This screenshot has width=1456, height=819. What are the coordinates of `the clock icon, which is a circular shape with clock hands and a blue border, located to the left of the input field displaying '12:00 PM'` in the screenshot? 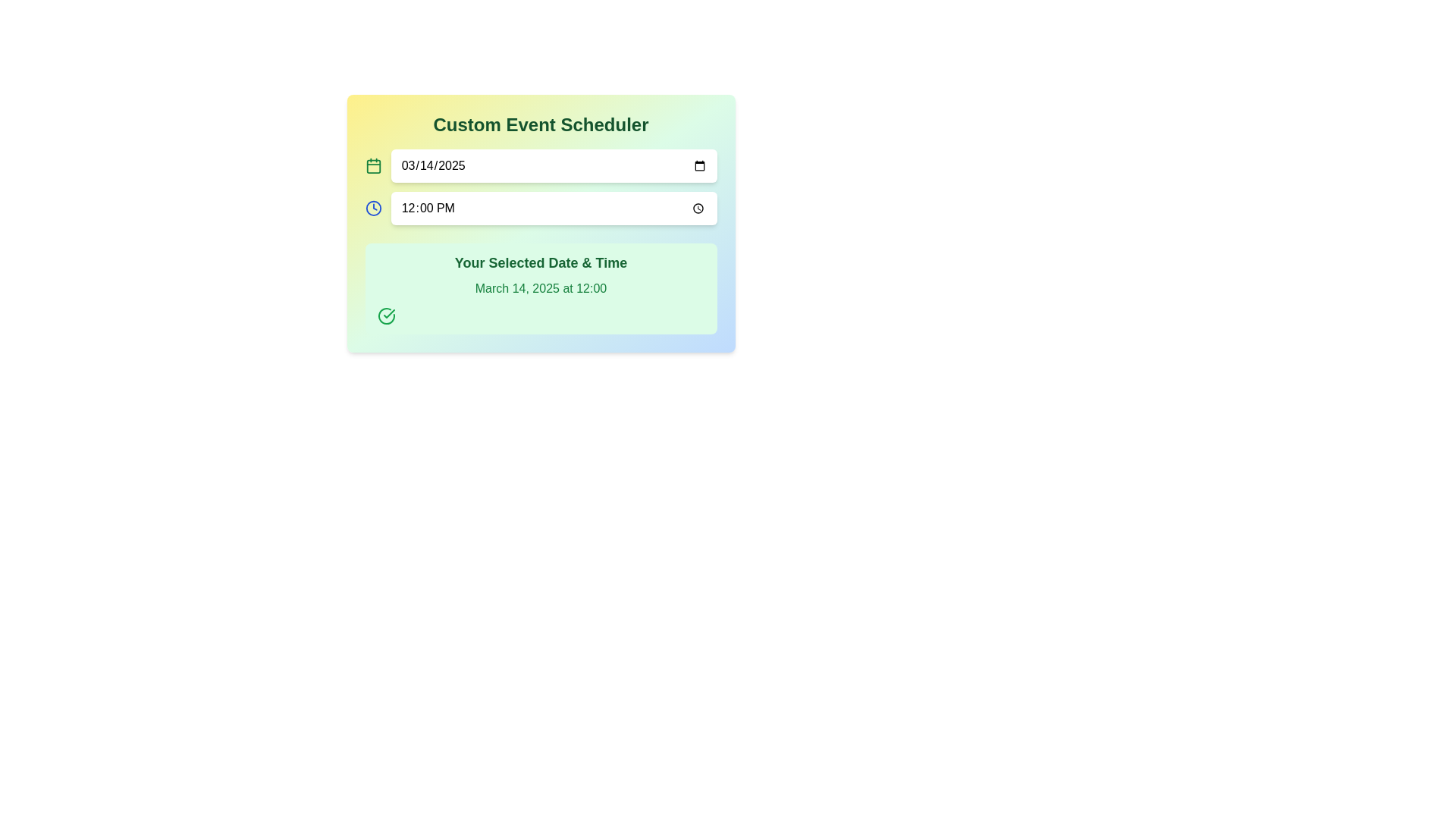 It's located at (373, 208).